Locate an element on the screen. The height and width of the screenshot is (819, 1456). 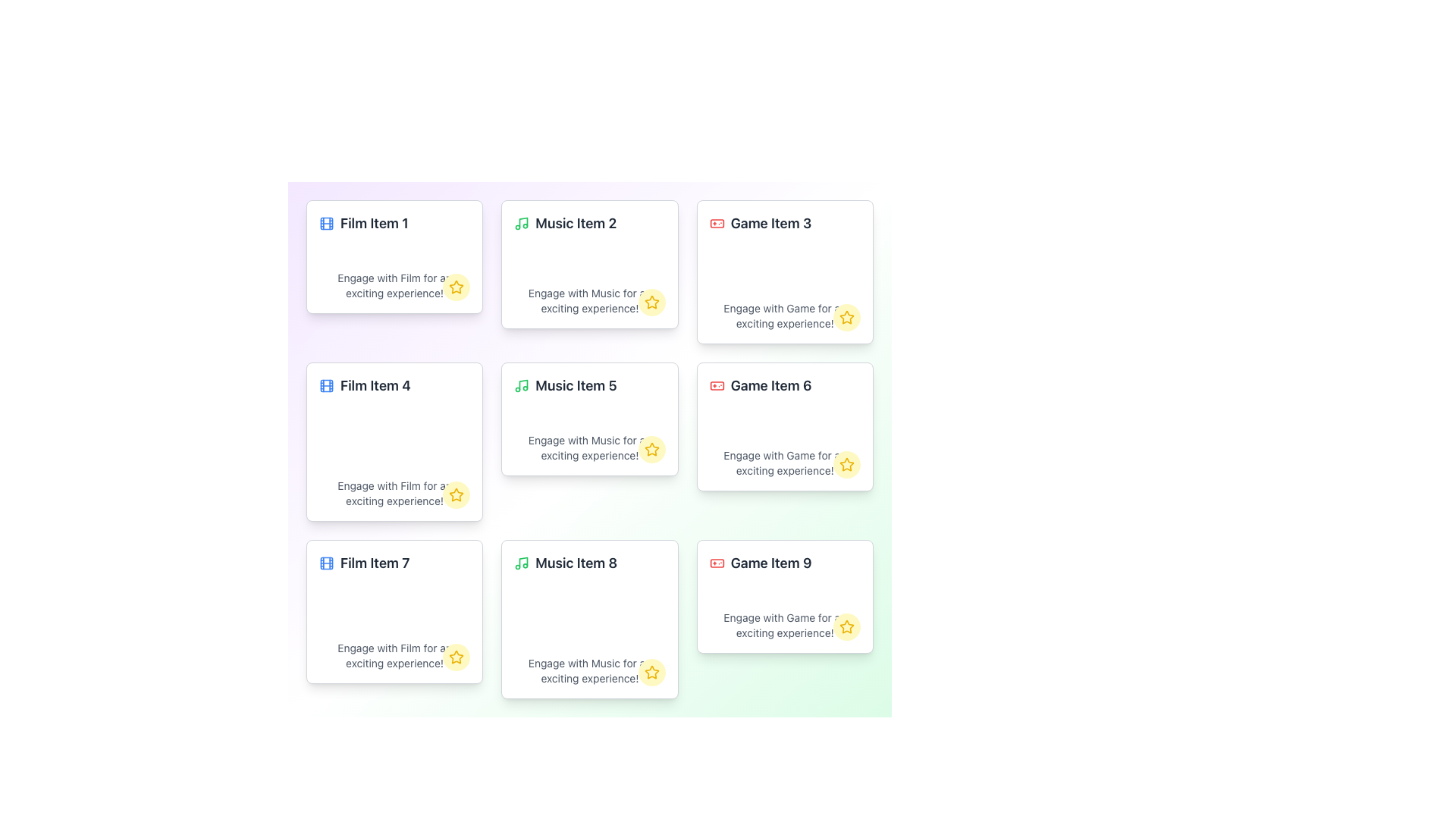
the yellow star icon with a hollow center and thick outline located in the lower-right corner of the card labeled 'Film Item 1' for additional information is located at coordinates (456, 287).